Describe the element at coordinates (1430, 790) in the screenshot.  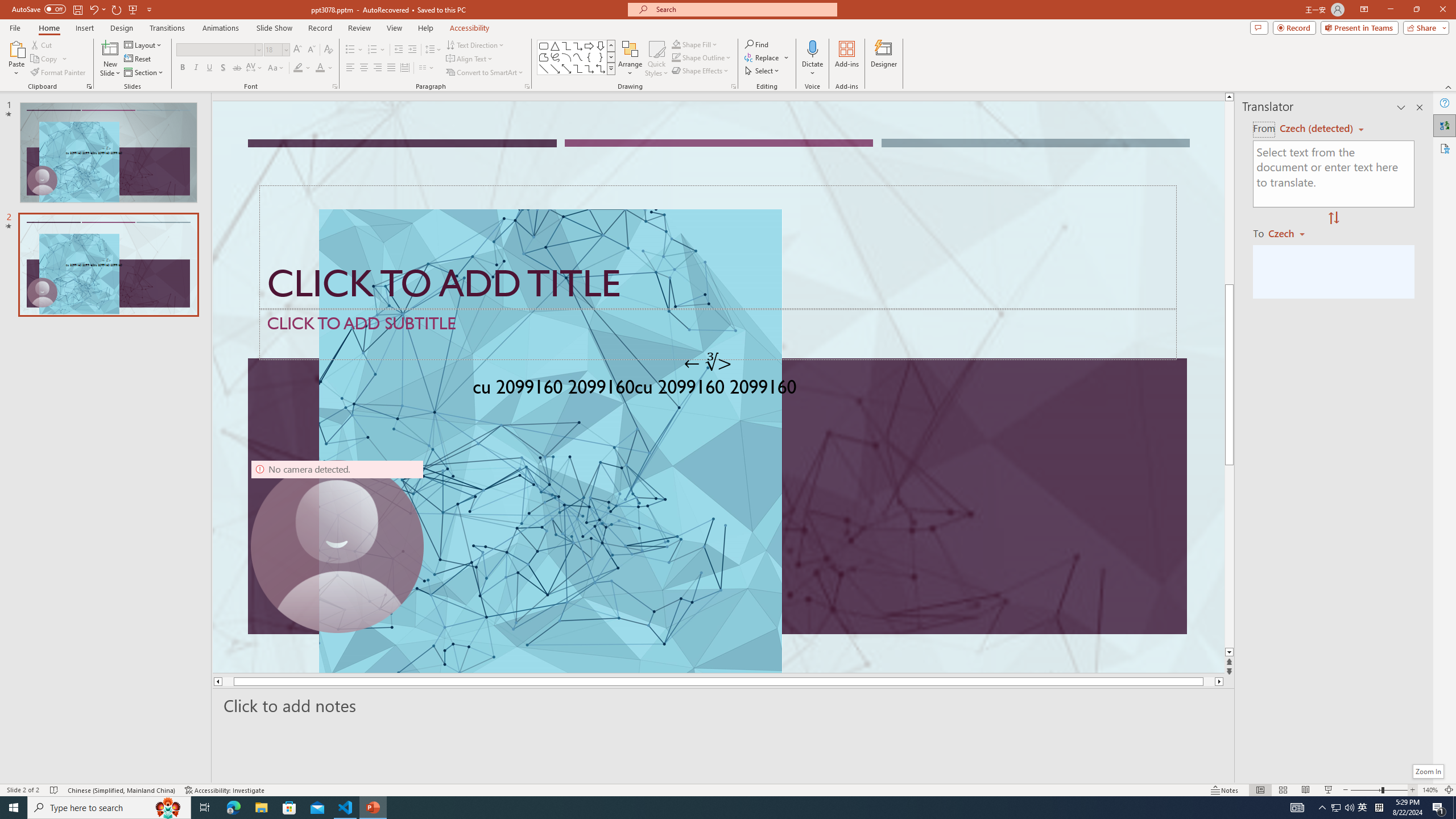
I see `'Zoom 140%'` at that location.